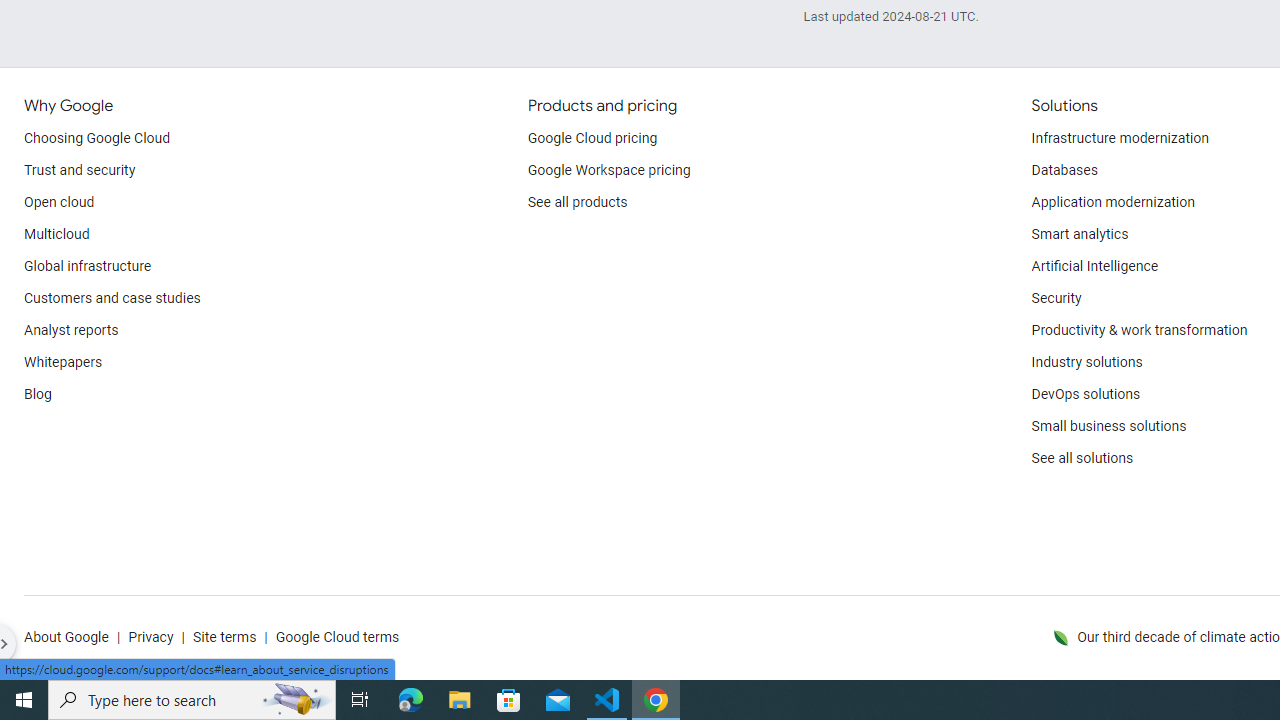  Describe the element at coordinates (1139, 330) in the screenshot. I see `'Productivity & work transformation'` at that location.